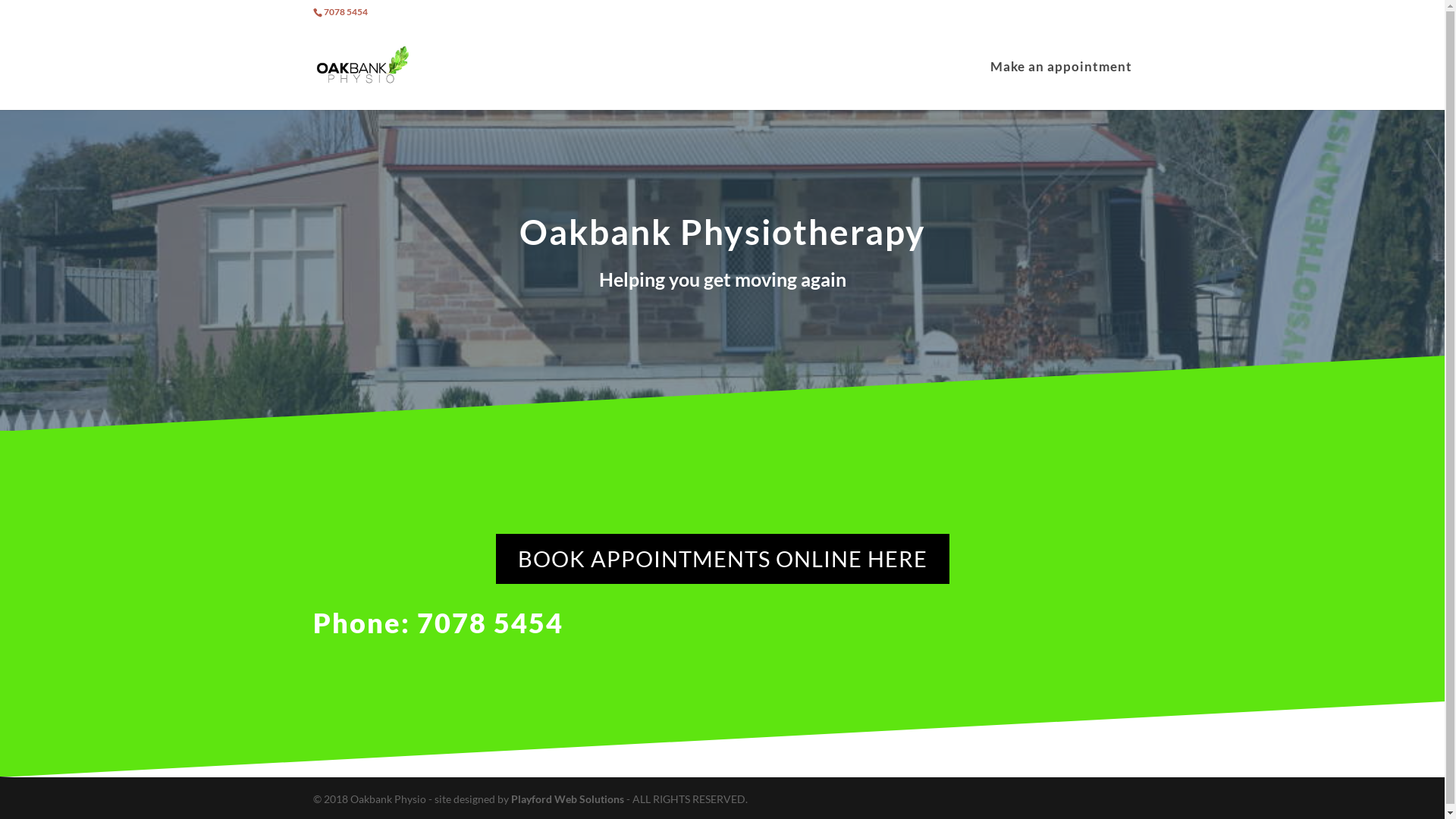 This screenshot has width=1456, height=819. What do you see at coordinates (567, 798) in the screenshot?
I see `'Playford Web Solutions'` at bounding box center [567, 798].